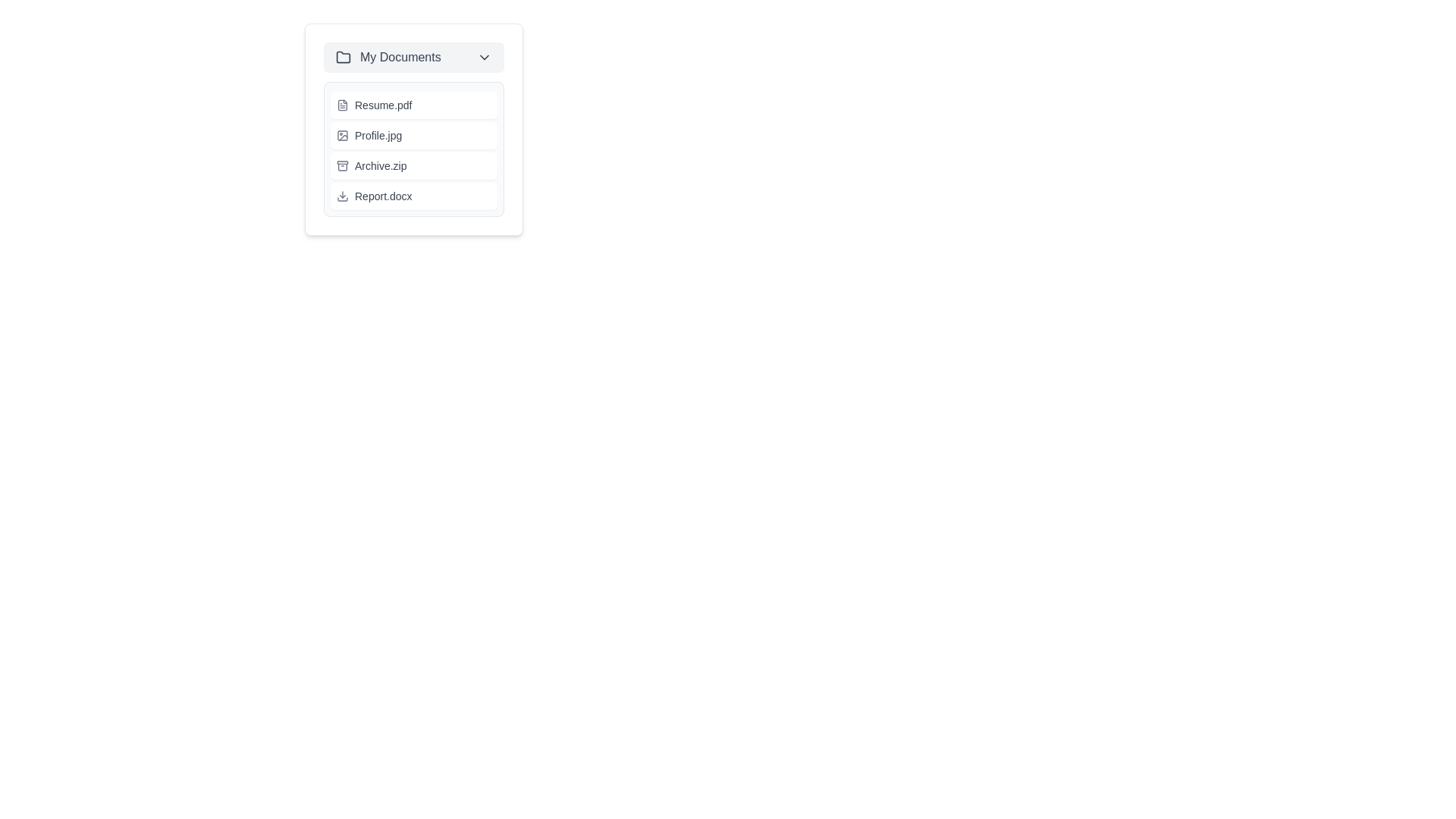  I want to click on the text label displaying 'Archive.zip' located within the third item of the vertical list under 'My Documents', so click(381, 166).